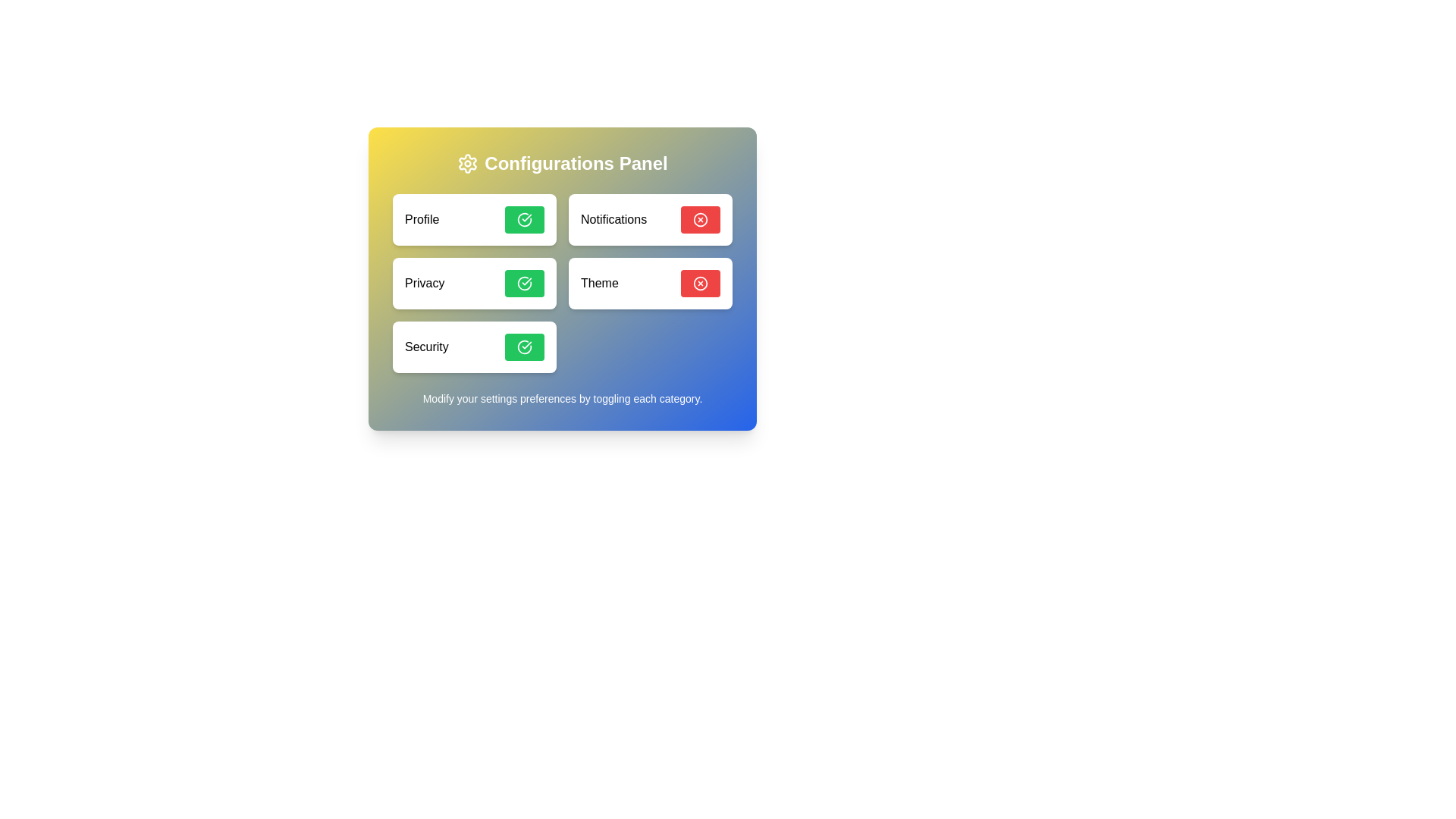 Image resolution: width=1456 pixels, height=819 pixels. I want to click on the red rectangular button with rounded corners that has an 'X' symbol inside, so click(700, 284).